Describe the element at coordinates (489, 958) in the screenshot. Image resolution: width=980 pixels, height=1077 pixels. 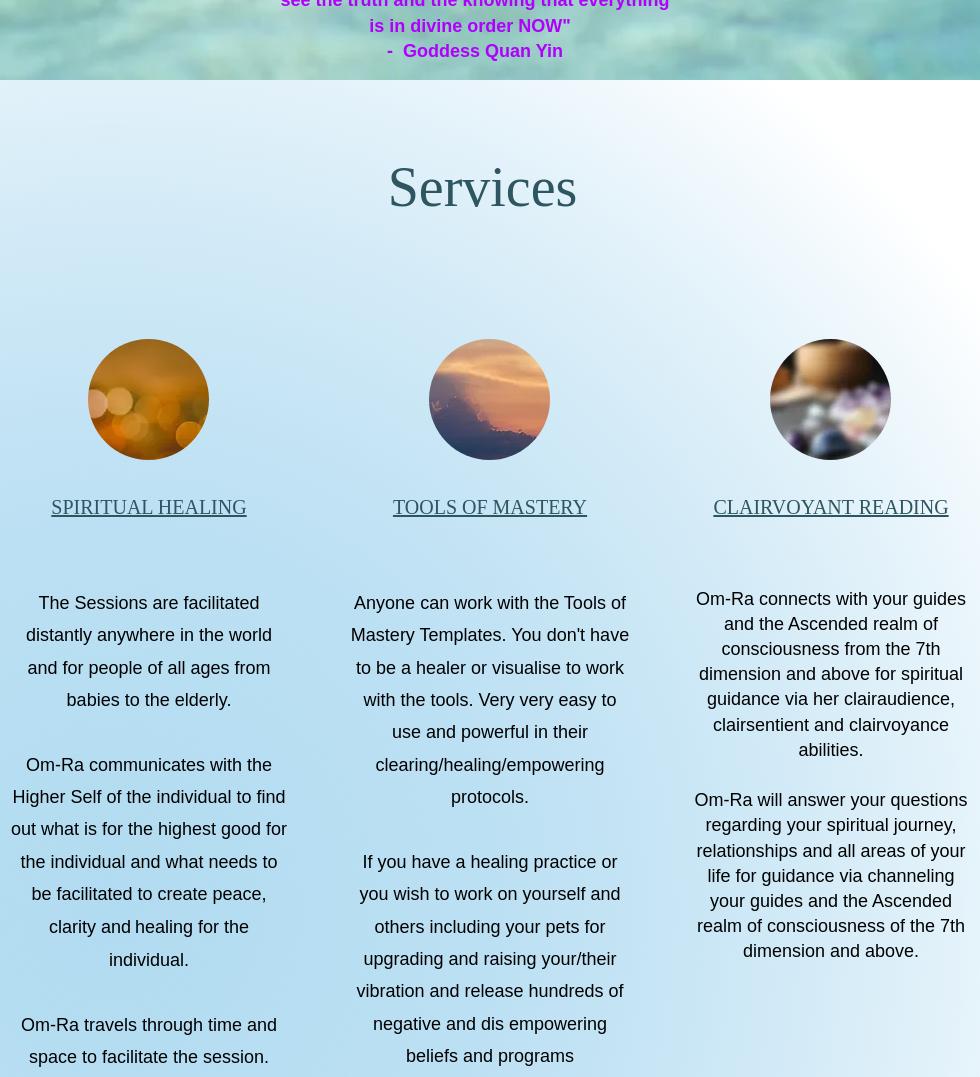
I see `'If you have a healing practice or you wish to work on yourself and others including your pets for upgrading and raising your/their vibration and release hundreds of negative and dis empowering beliefs and programs'` at that location.